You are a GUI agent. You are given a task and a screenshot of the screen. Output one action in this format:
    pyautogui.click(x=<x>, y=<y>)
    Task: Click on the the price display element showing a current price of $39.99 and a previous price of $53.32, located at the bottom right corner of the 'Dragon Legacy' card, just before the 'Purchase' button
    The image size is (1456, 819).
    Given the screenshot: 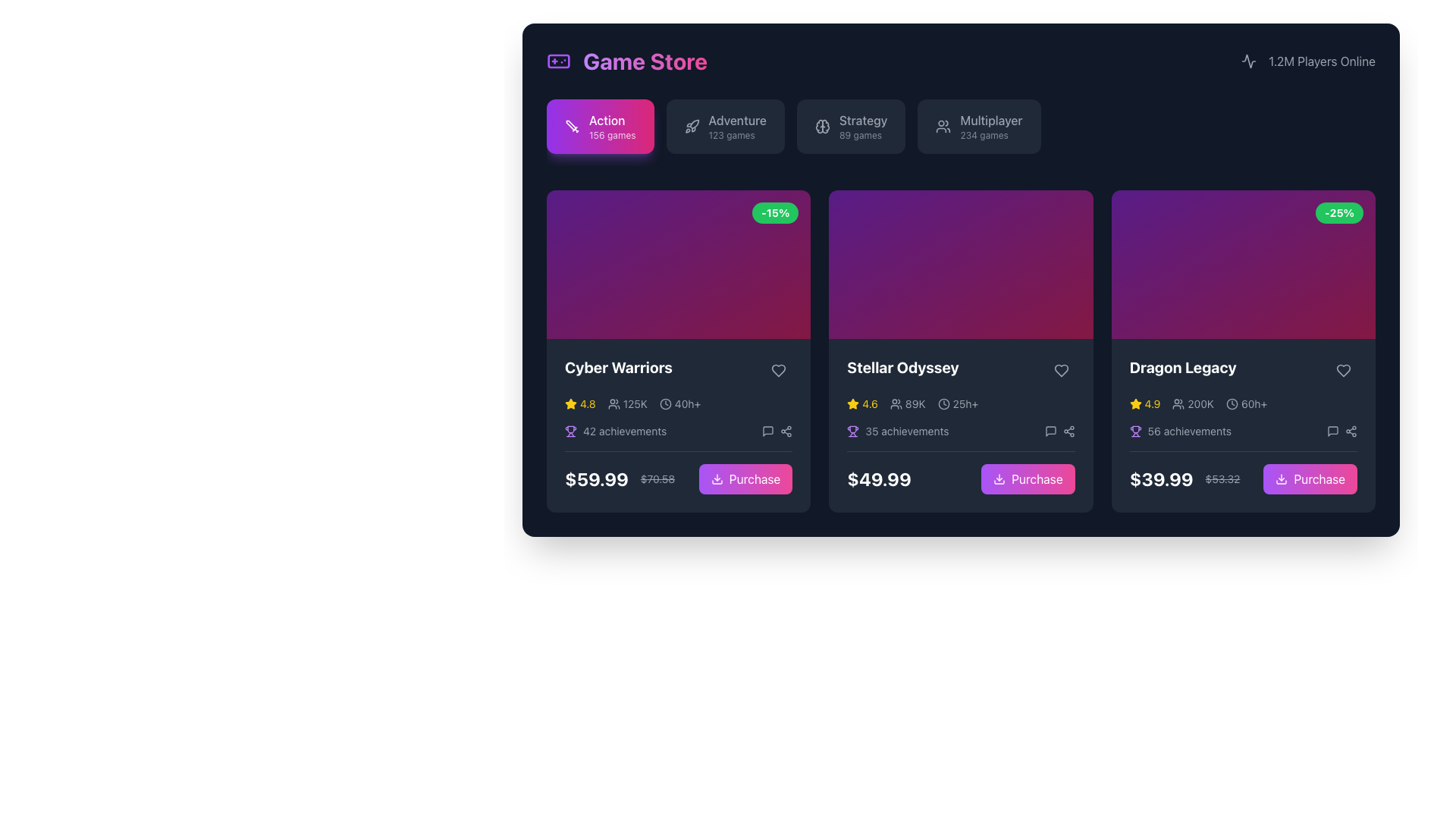 What is the action you would take?
    pyautogui.click(x=1184, y=479)
    